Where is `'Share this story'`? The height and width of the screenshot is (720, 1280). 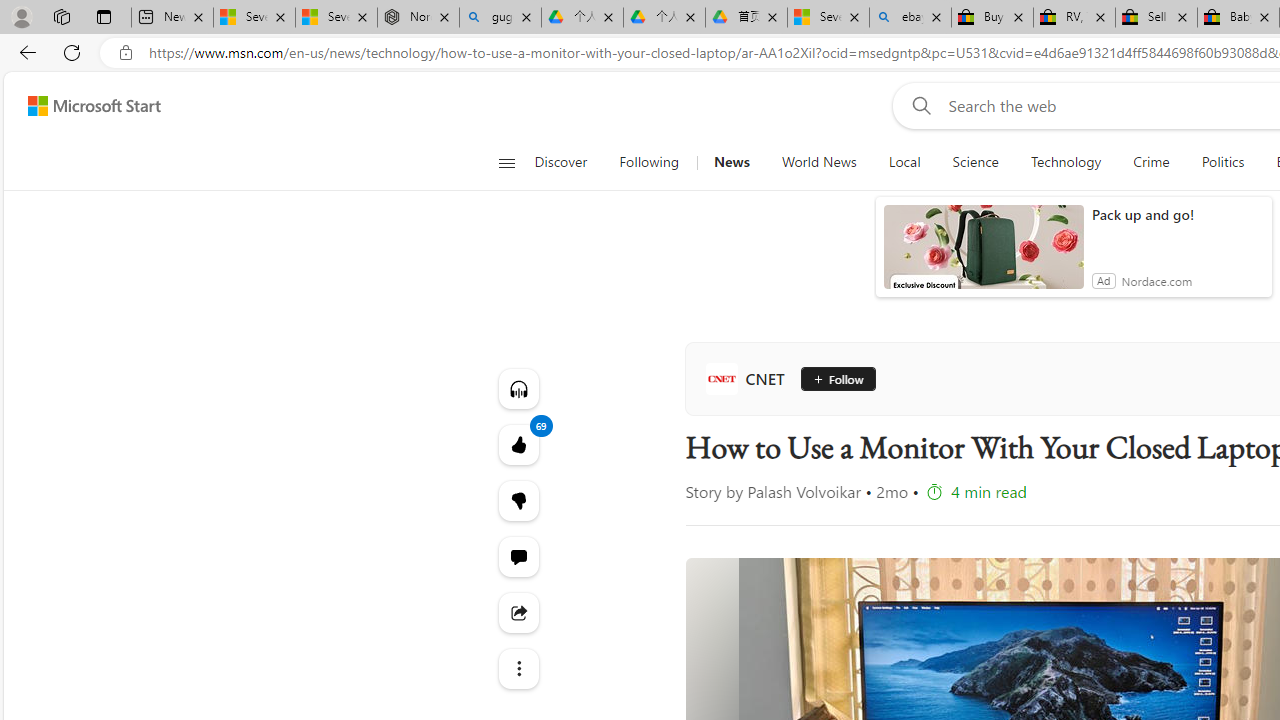 'Share this story' is located at coordinates (518, 612).